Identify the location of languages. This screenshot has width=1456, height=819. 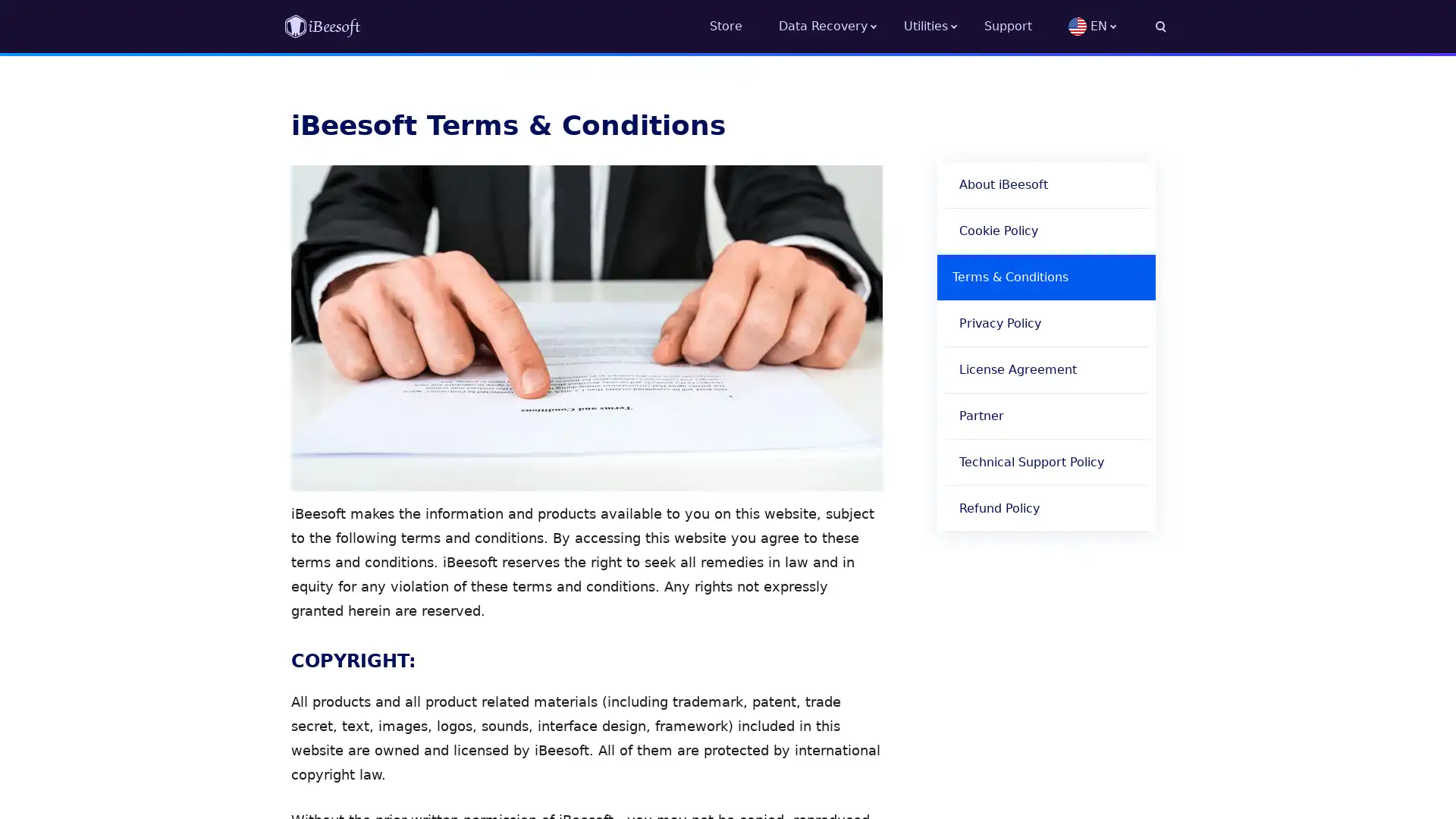
(1117, 26).